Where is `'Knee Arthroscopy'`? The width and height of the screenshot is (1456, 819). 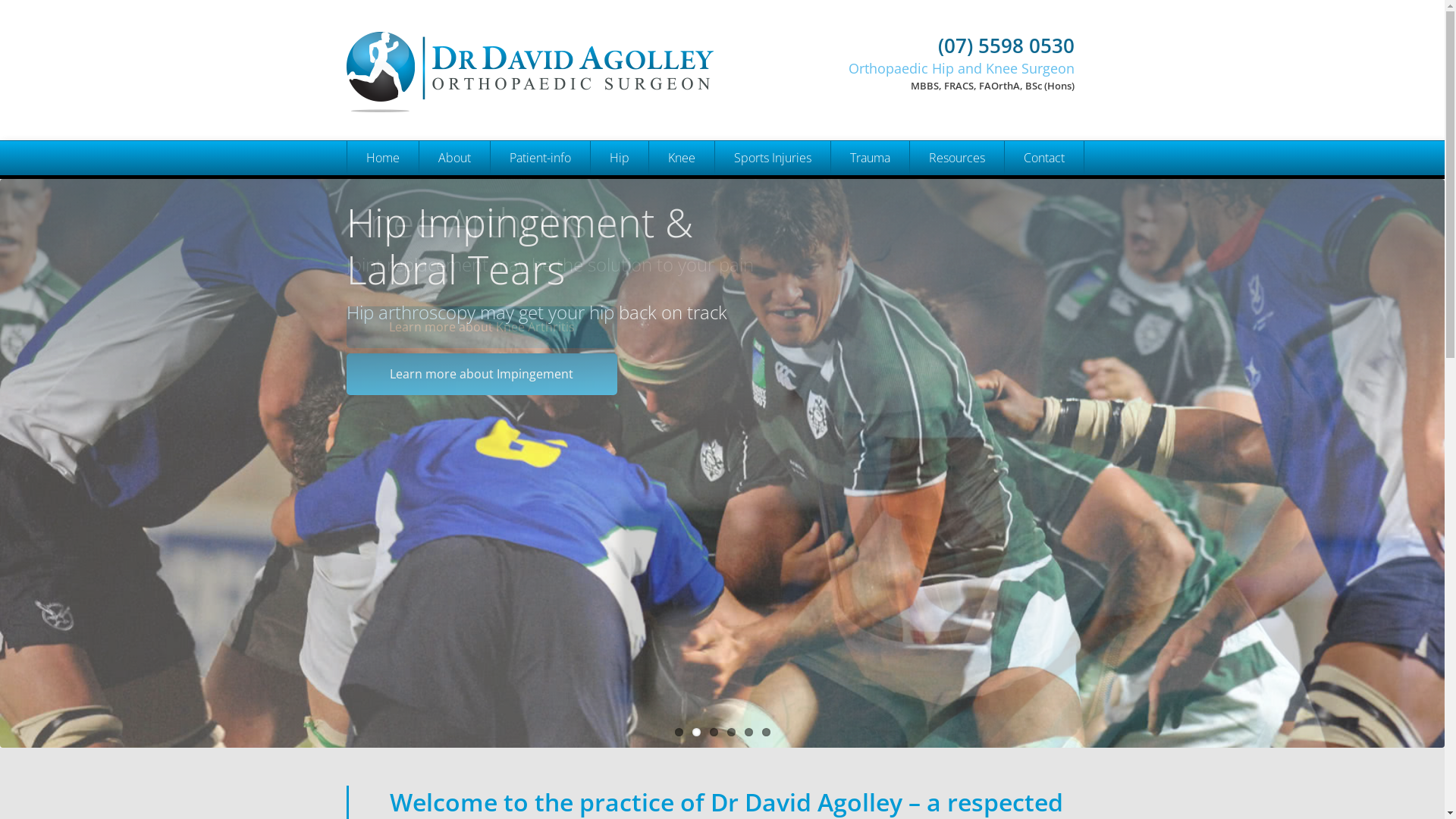 'Knee Arthroscopy' is located at coordinates (679, 259).